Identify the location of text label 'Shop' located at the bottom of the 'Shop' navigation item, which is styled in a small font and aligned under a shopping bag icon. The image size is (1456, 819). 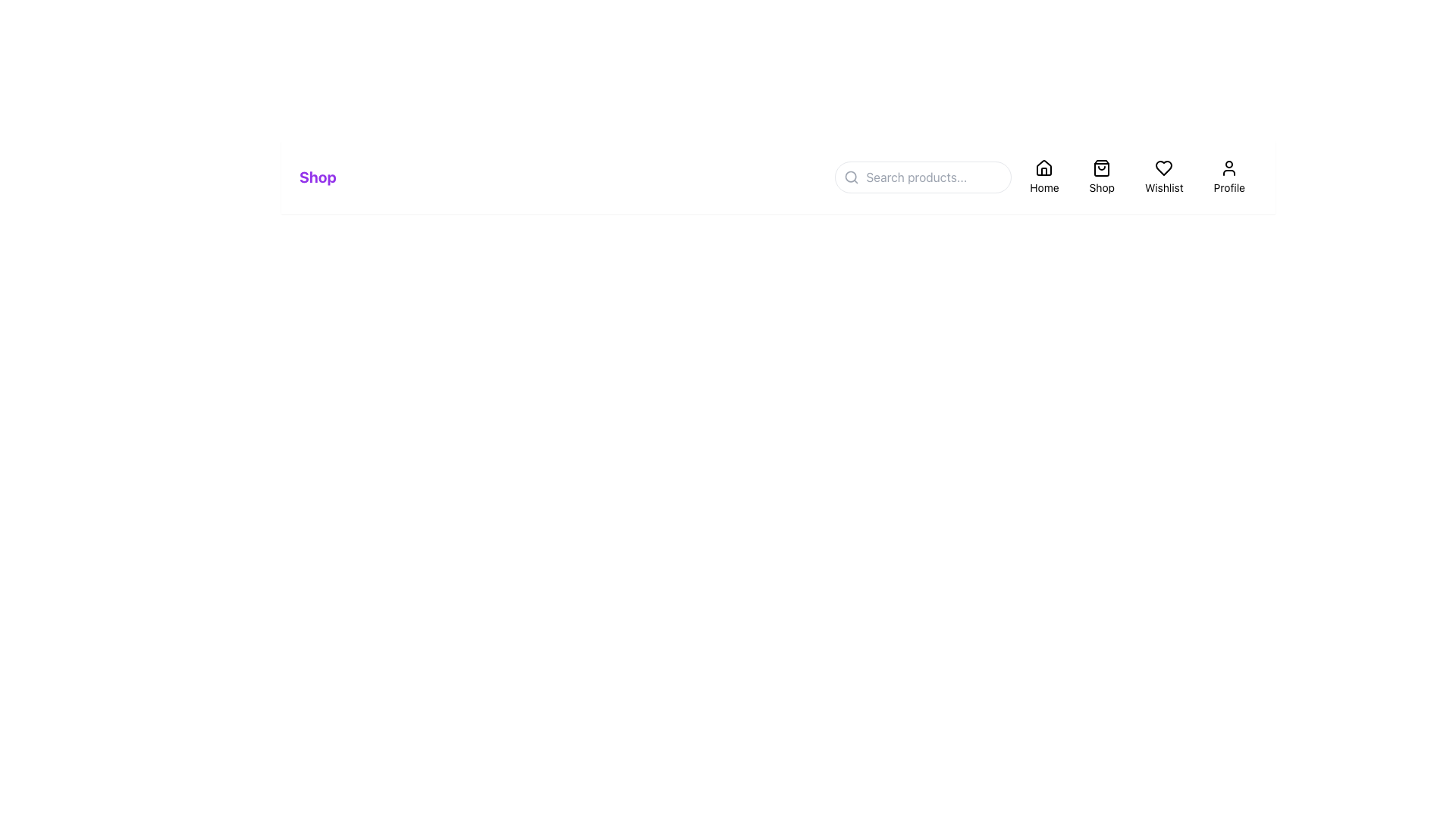
(1102, 187).